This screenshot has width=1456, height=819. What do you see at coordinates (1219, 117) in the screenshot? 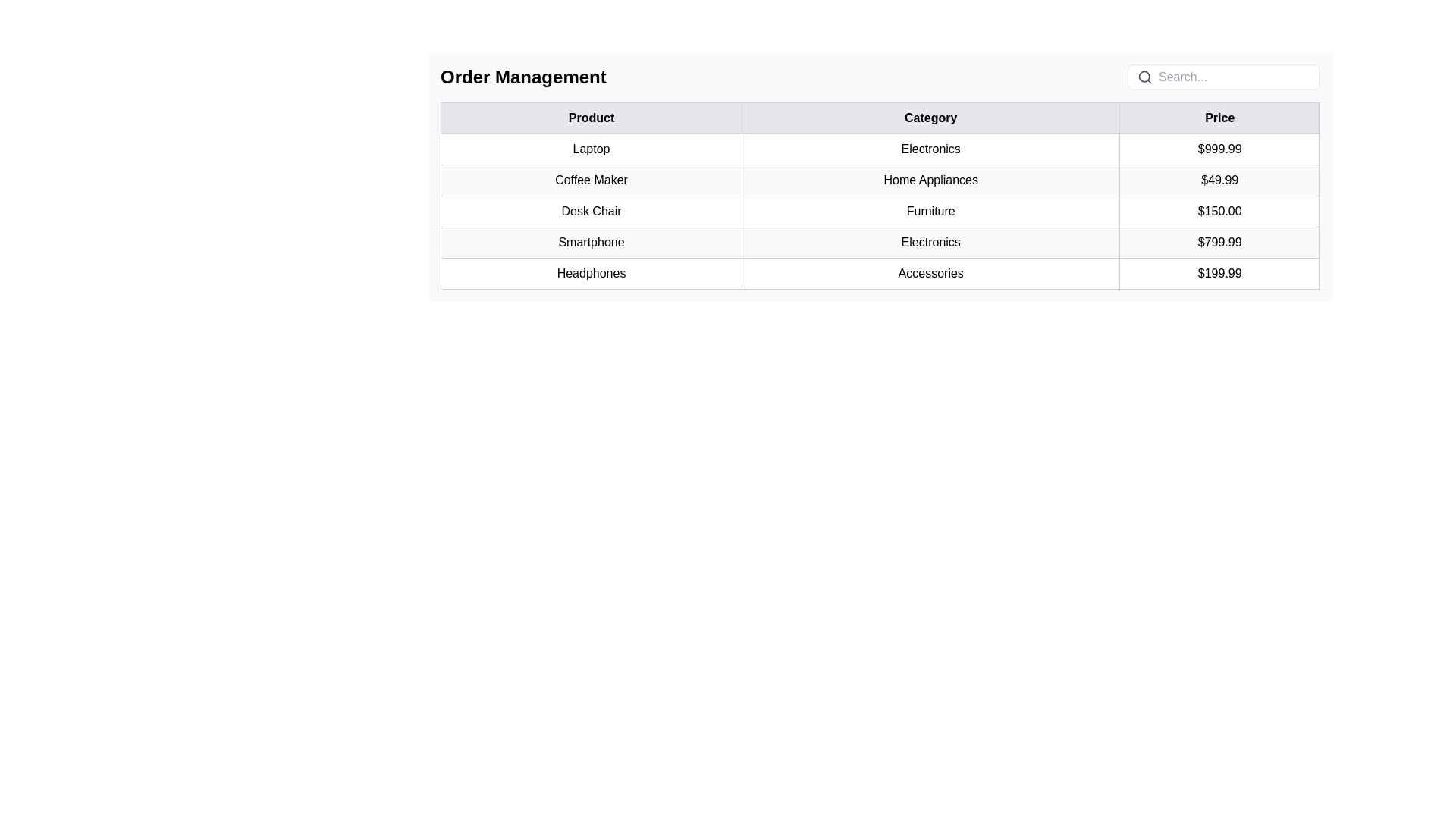
I see `the 'Price' table header, which organizes data in the table under the 'Price' descriptor` at bounding box center [1219, 117].